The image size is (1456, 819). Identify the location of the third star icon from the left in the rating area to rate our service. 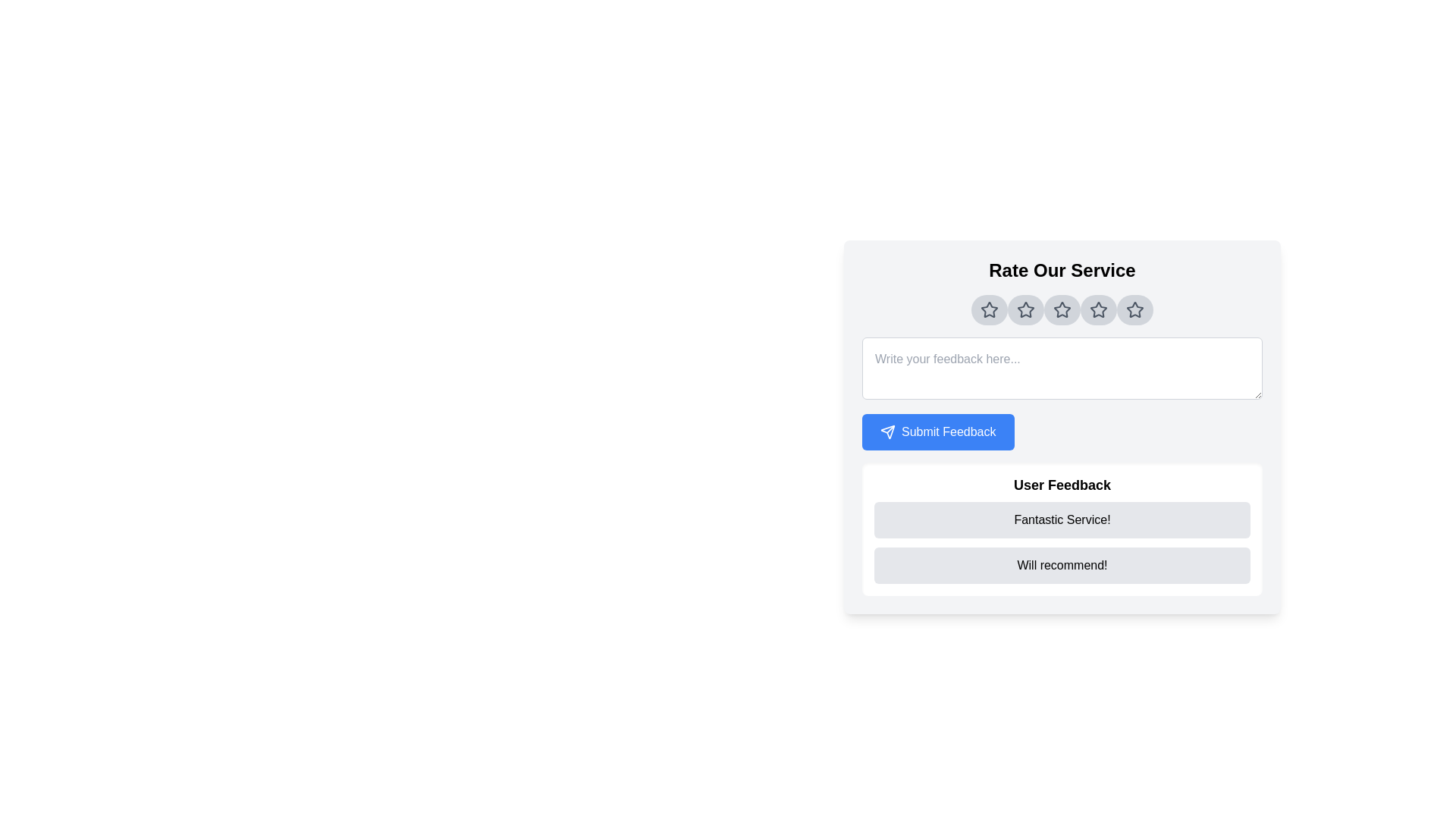
(1062, 309).